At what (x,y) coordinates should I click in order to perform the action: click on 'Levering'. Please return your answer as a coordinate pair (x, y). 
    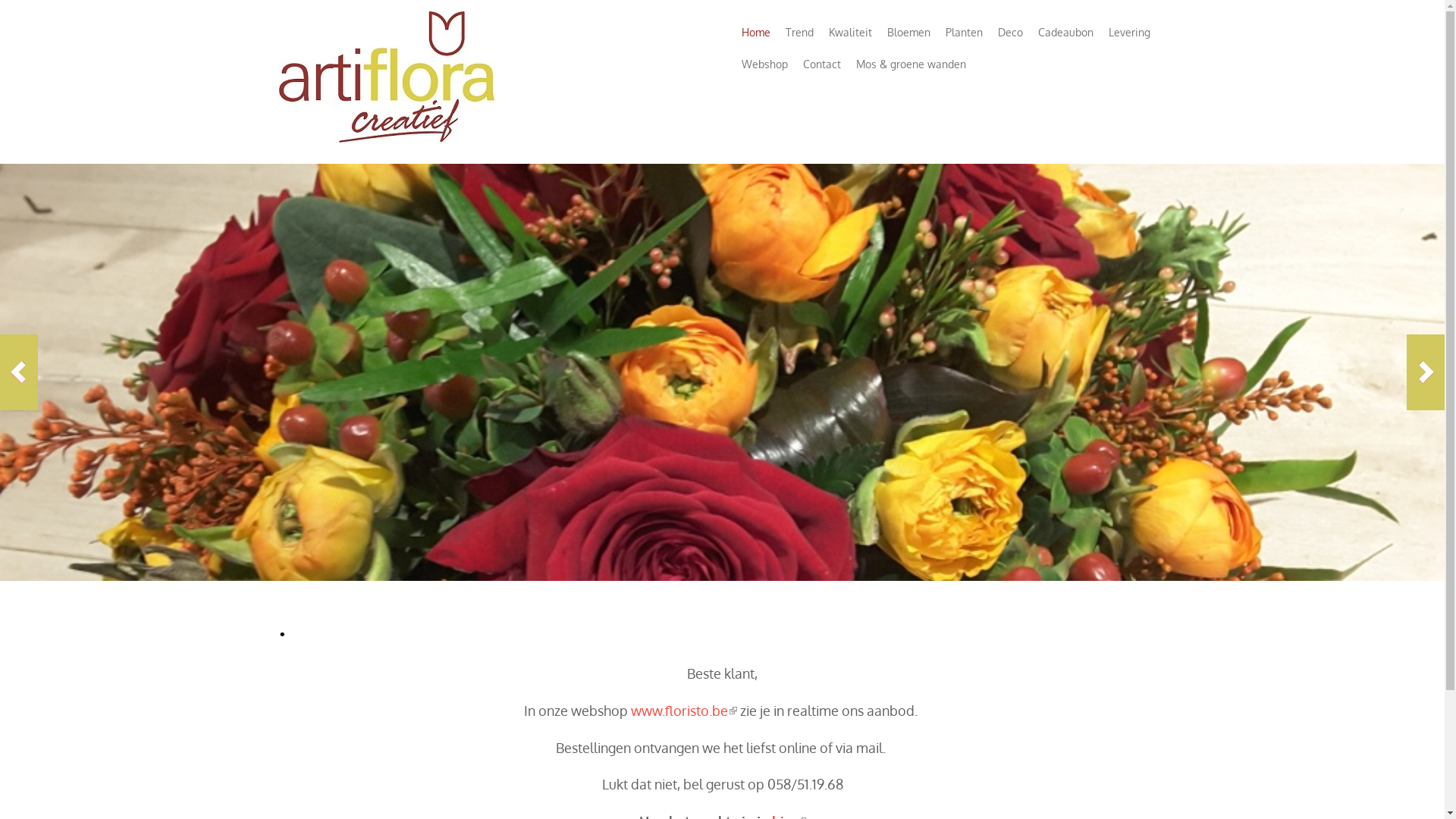
    Looking at the image, I should click on (1129, 32).